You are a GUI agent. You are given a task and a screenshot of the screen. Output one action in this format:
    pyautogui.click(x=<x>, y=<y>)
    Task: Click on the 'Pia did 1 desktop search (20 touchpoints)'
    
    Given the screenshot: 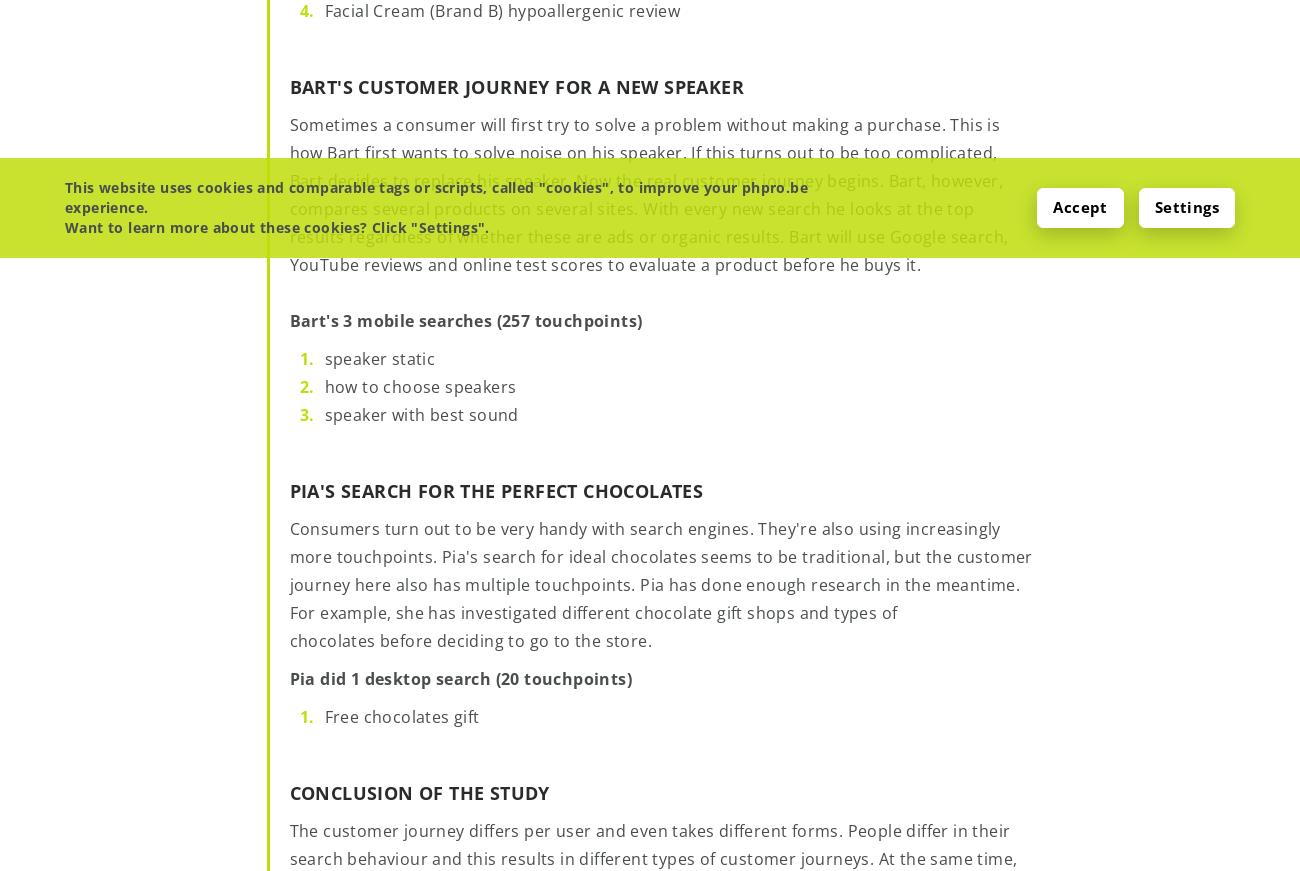 What is the action you would take?
    pyautogui.click(x=459, y=676)
    